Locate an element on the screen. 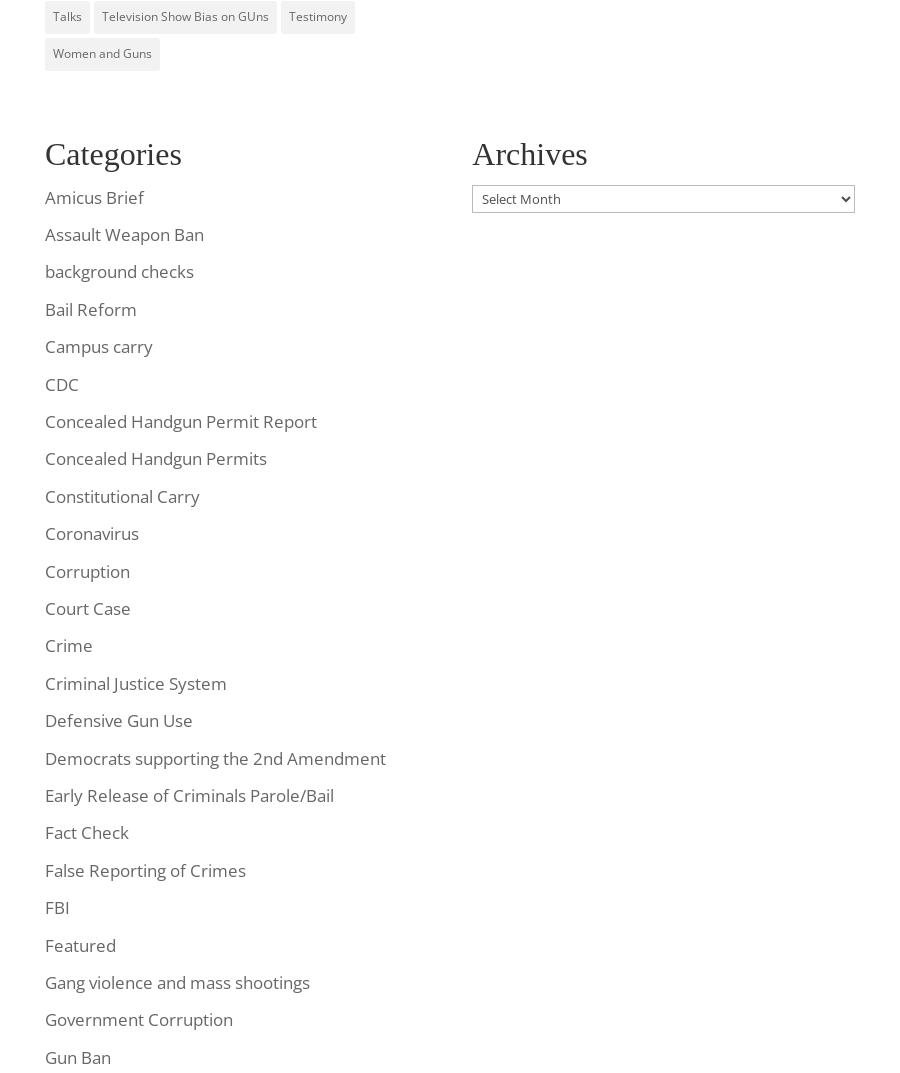  'Gun Ban' is located at coordinates (44, 1056).